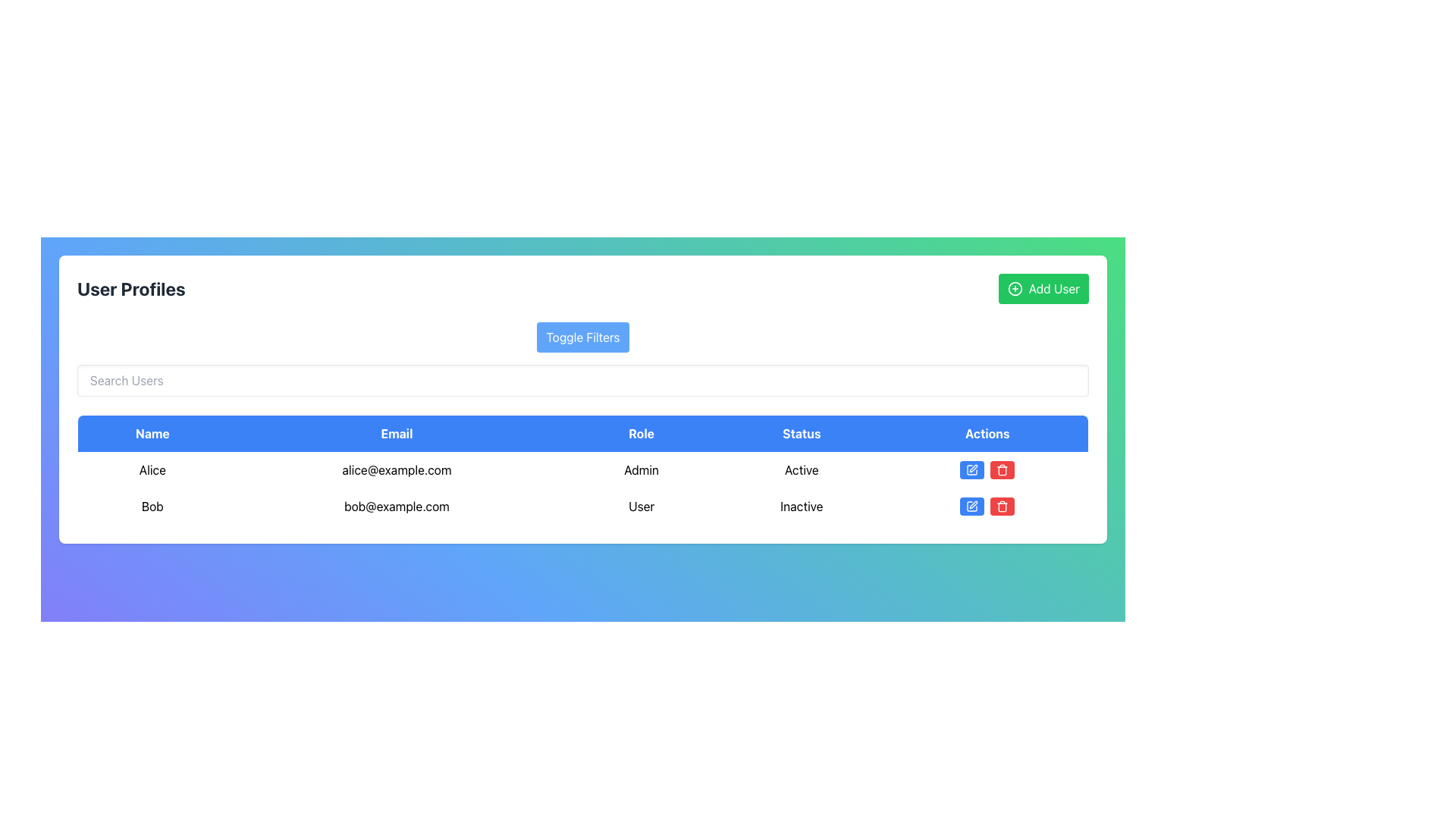  I want to click on the static text displaying 'bob@example.com' located under the 'Email' column in the user table, which is aligned with the name 'Bob', so click(397, 507).